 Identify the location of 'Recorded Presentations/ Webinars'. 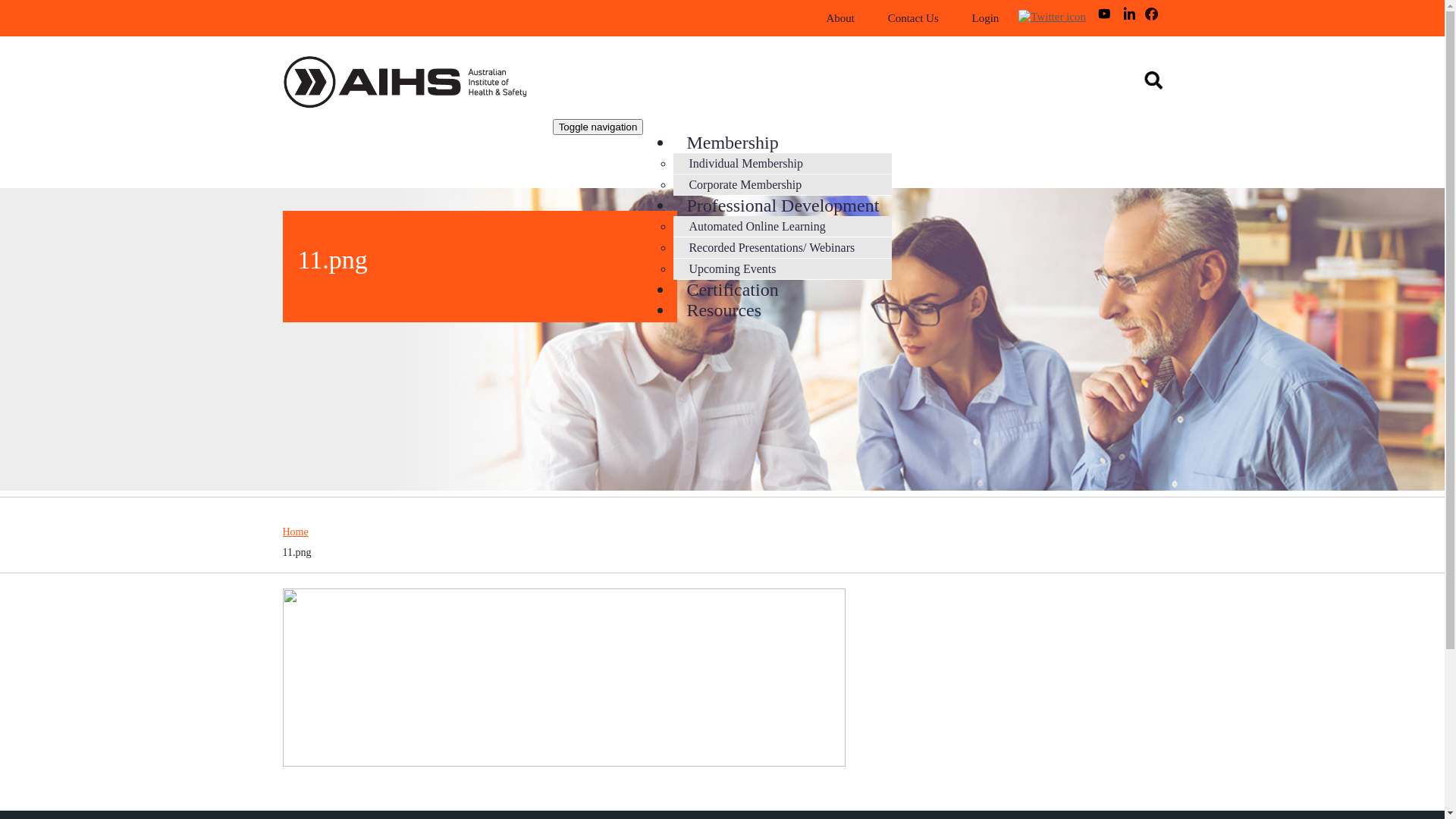
(771, 246).